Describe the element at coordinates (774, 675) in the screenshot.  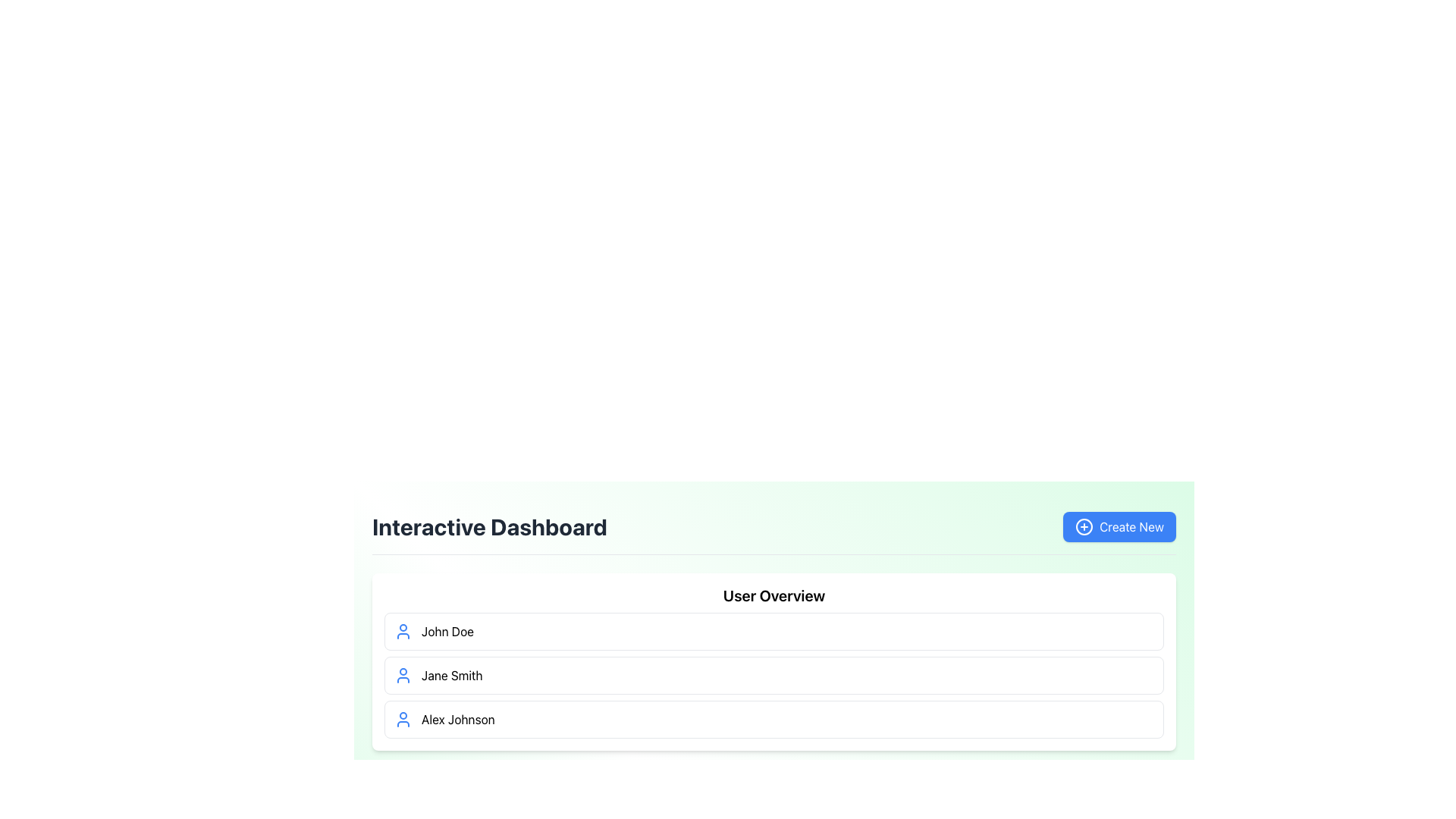
I see `user-specific information for the list item displaying 'Jane Smith', the second entry in the user list` at that location.